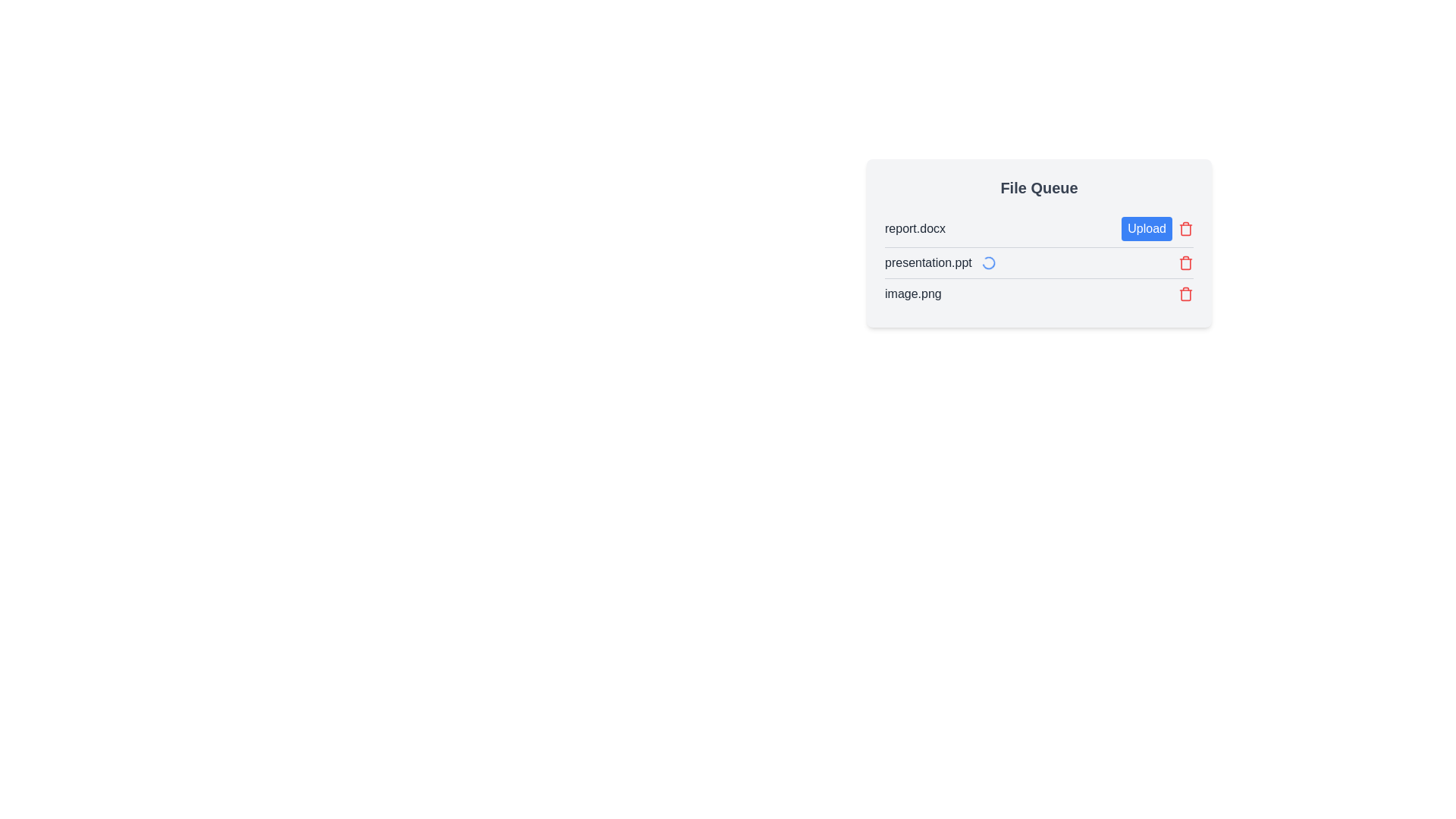 The image size is (1456, 819). I want to click on the deletion button located at the end of the 'File Queue' list, so click(1185, 294).